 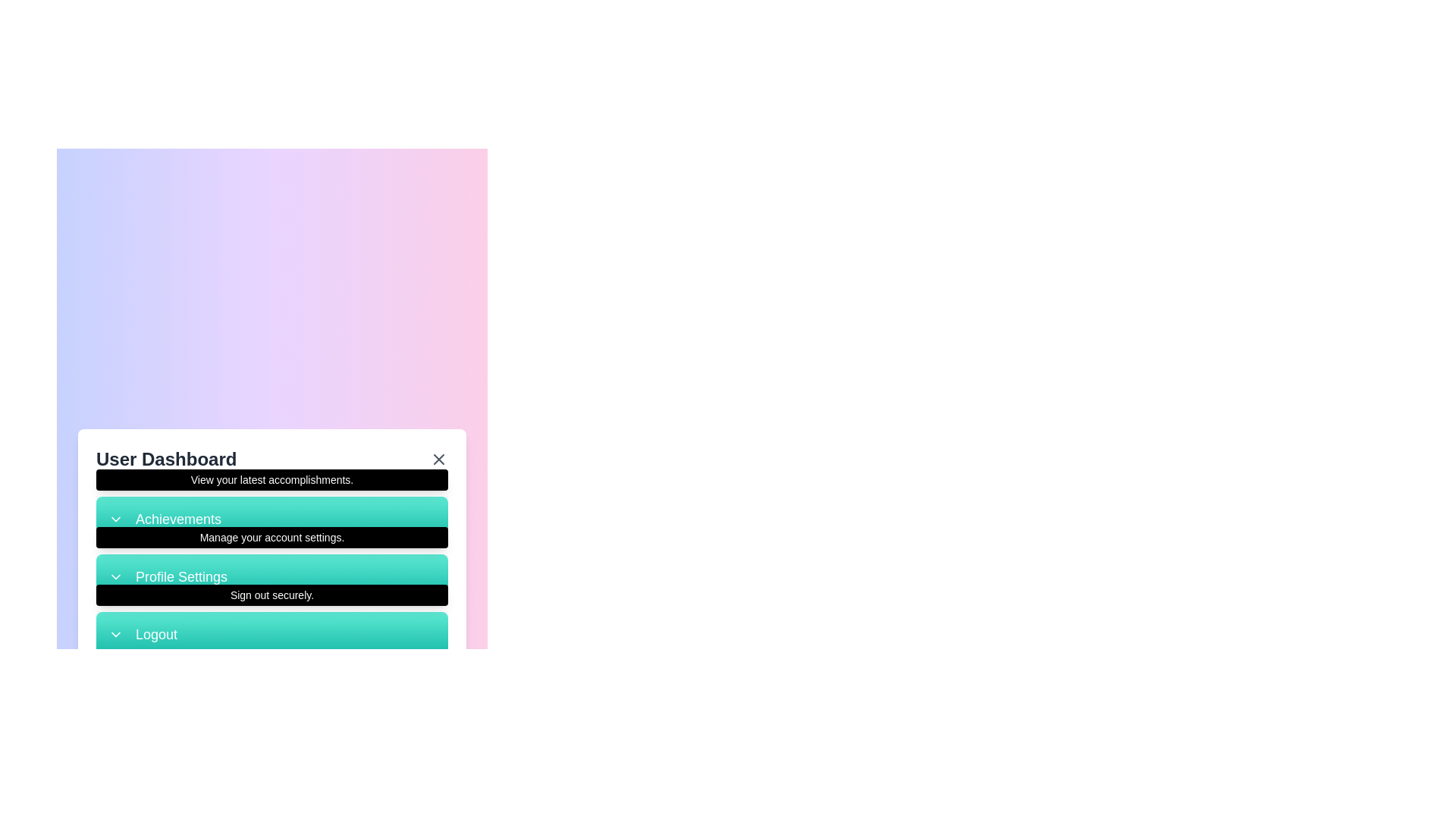 What do you see at coordinates (438, 458) in the screenshot?
I see `the close button located in the top-right corner of the 'User Dashboard' header section` at bounding box center [438, 458].